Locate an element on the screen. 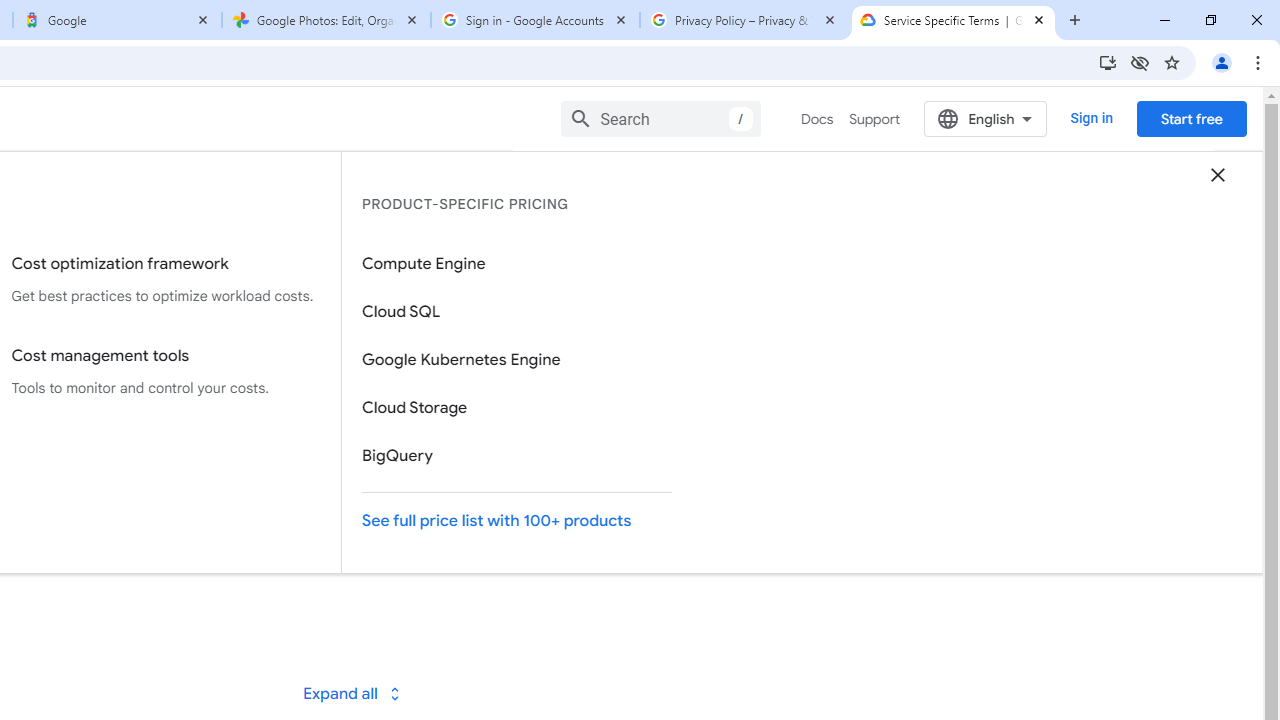 This screenshot has width=1280, height=720. 'Docs' is located at coordinates (817, 119).